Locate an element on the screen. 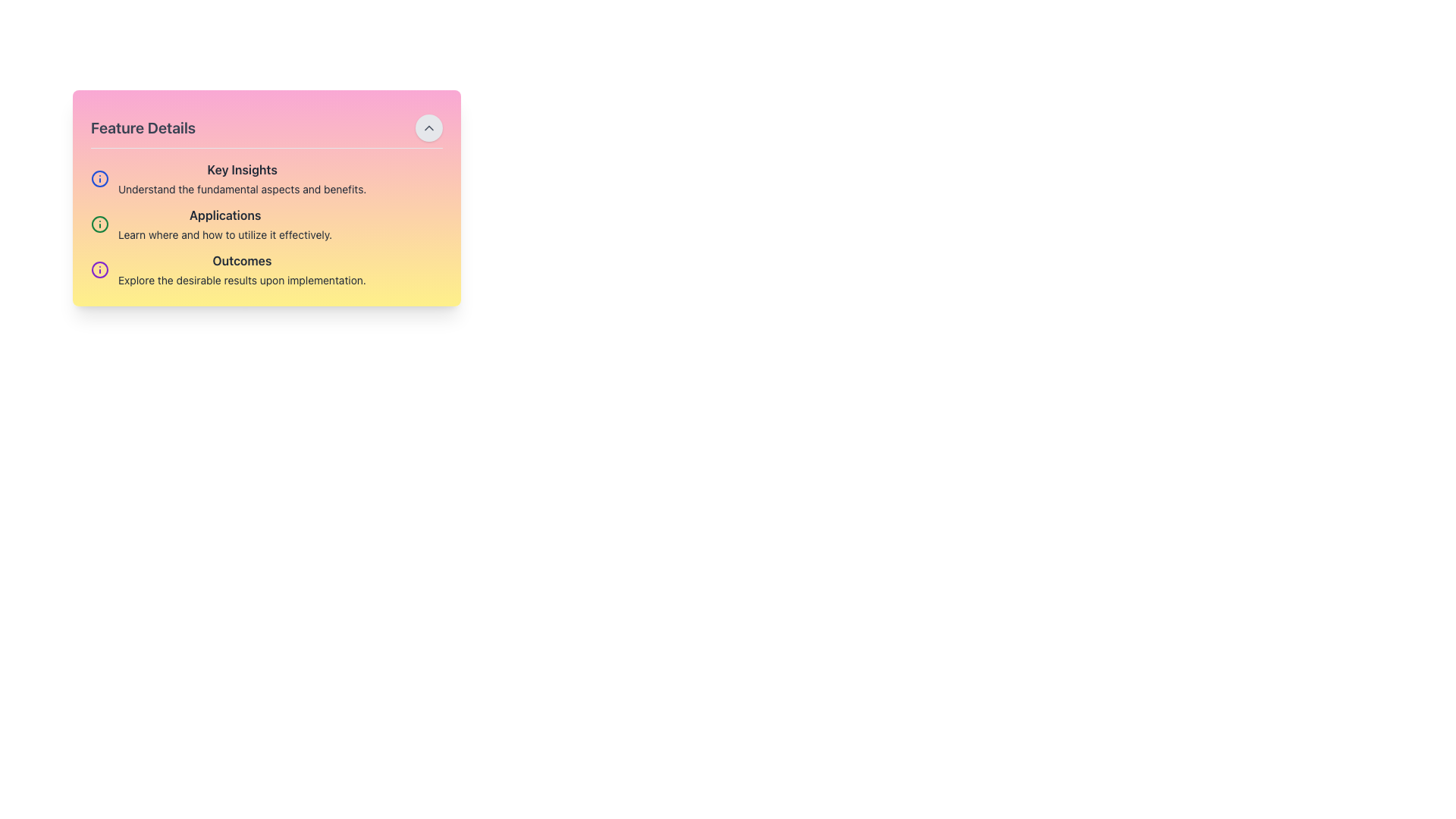  the Informational Section located below the title 'Feature Details', which includes headers 'Key Insights', 'Applications', and 'Outcomes' with descriptive text is located at coordinates (266, 224).